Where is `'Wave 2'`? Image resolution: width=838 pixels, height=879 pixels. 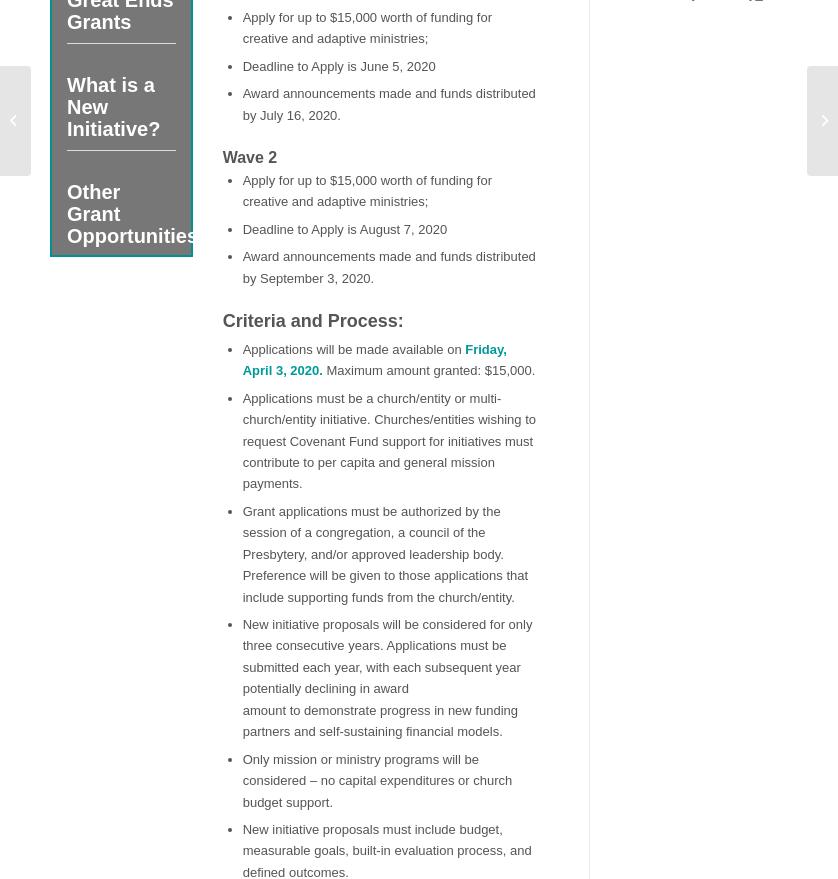
'Wave 2' is located at coordinates (248, 157).